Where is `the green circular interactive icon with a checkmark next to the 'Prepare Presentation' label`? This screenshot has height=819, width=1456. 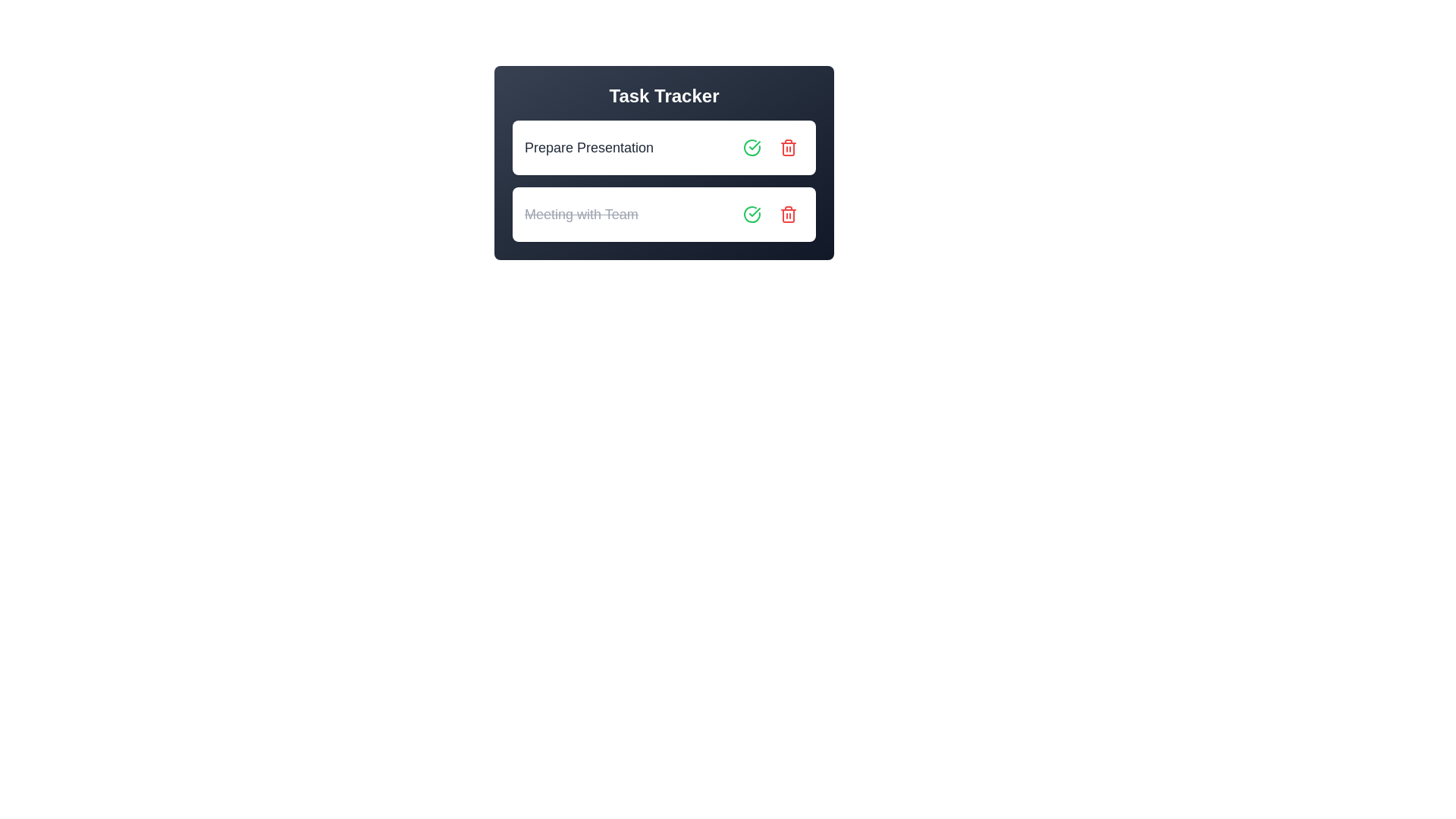 the green circular interactive icon with a checkmark next to the 'Prepare Presentation' label is located at coordinates (752, 148).